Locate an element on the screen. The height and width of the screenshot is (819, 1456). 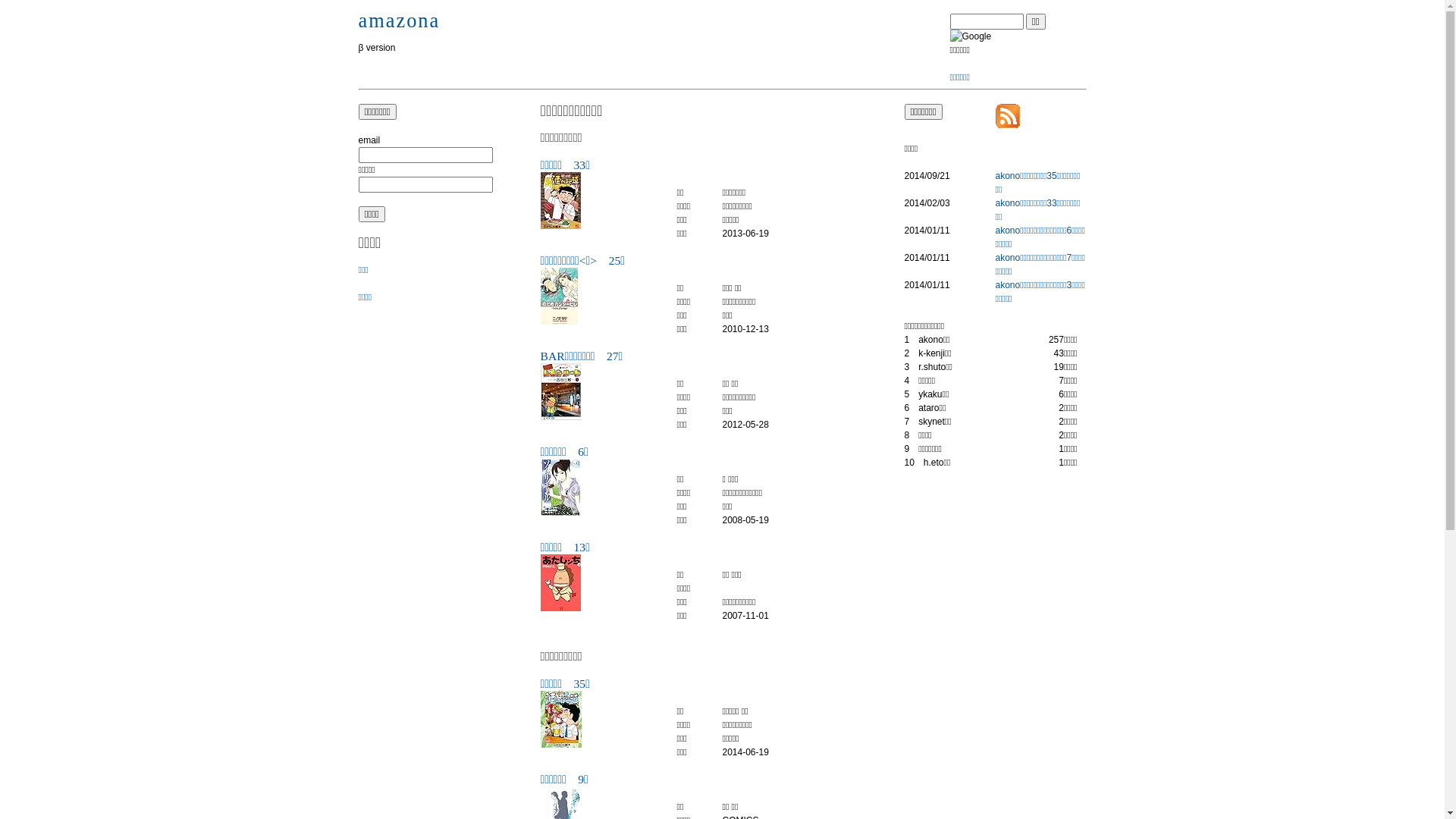
'amazona' is located at coordinates (399, 20).